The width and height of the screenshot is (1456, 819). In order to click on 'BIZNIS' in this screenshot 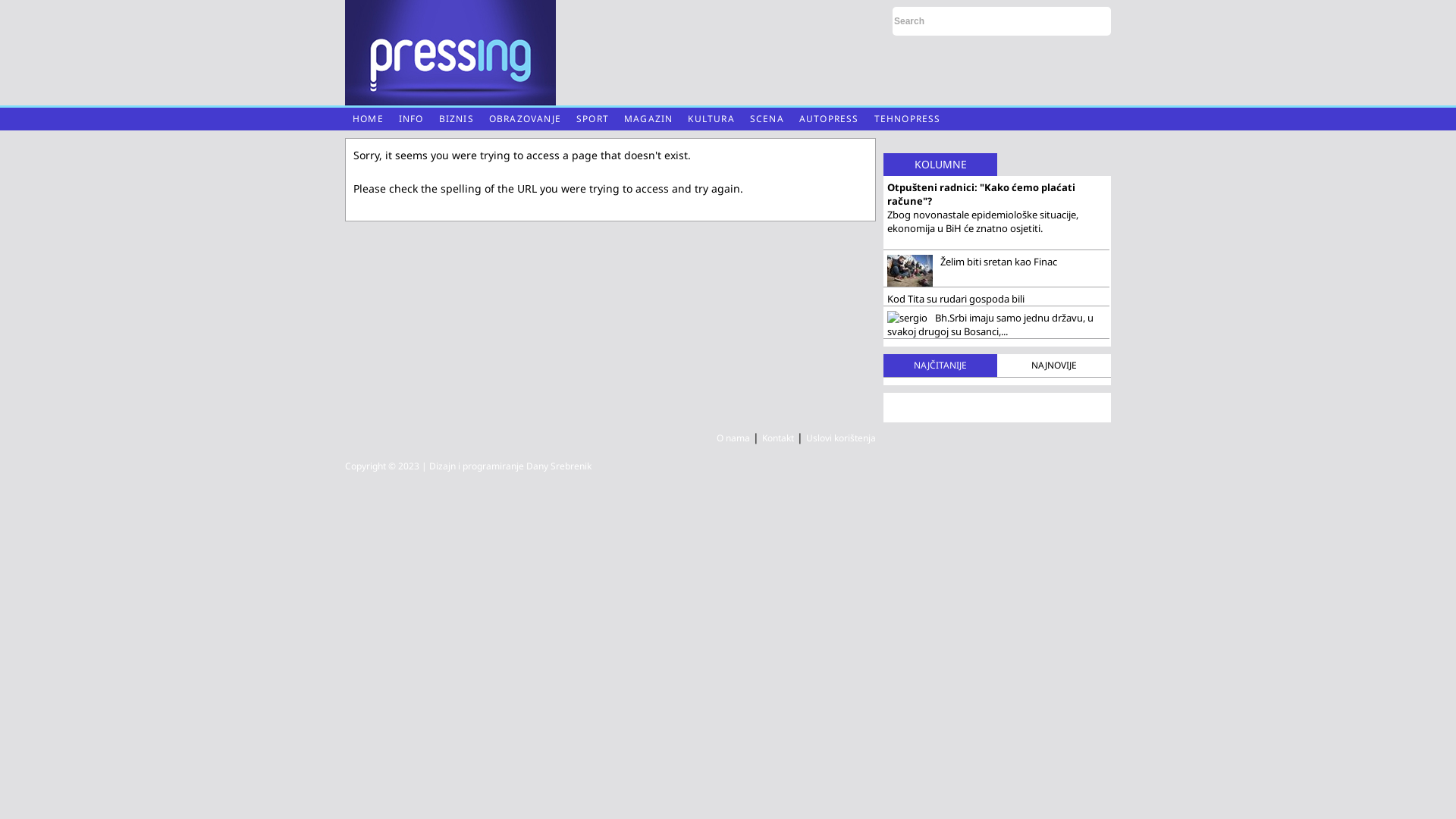, I will do `click(455, 118)`.